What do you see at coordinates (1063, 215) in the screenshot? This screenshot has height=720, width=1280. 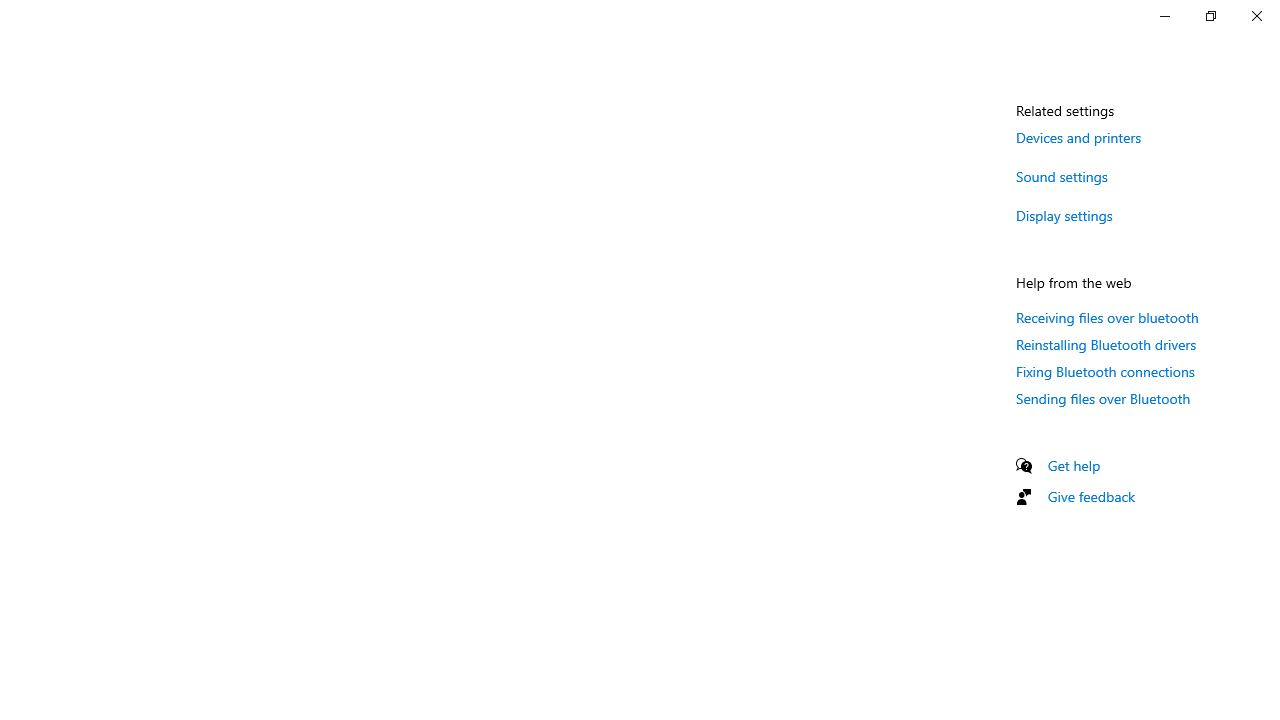 I see `'Display settings'` at bounding box center [1063, 215].